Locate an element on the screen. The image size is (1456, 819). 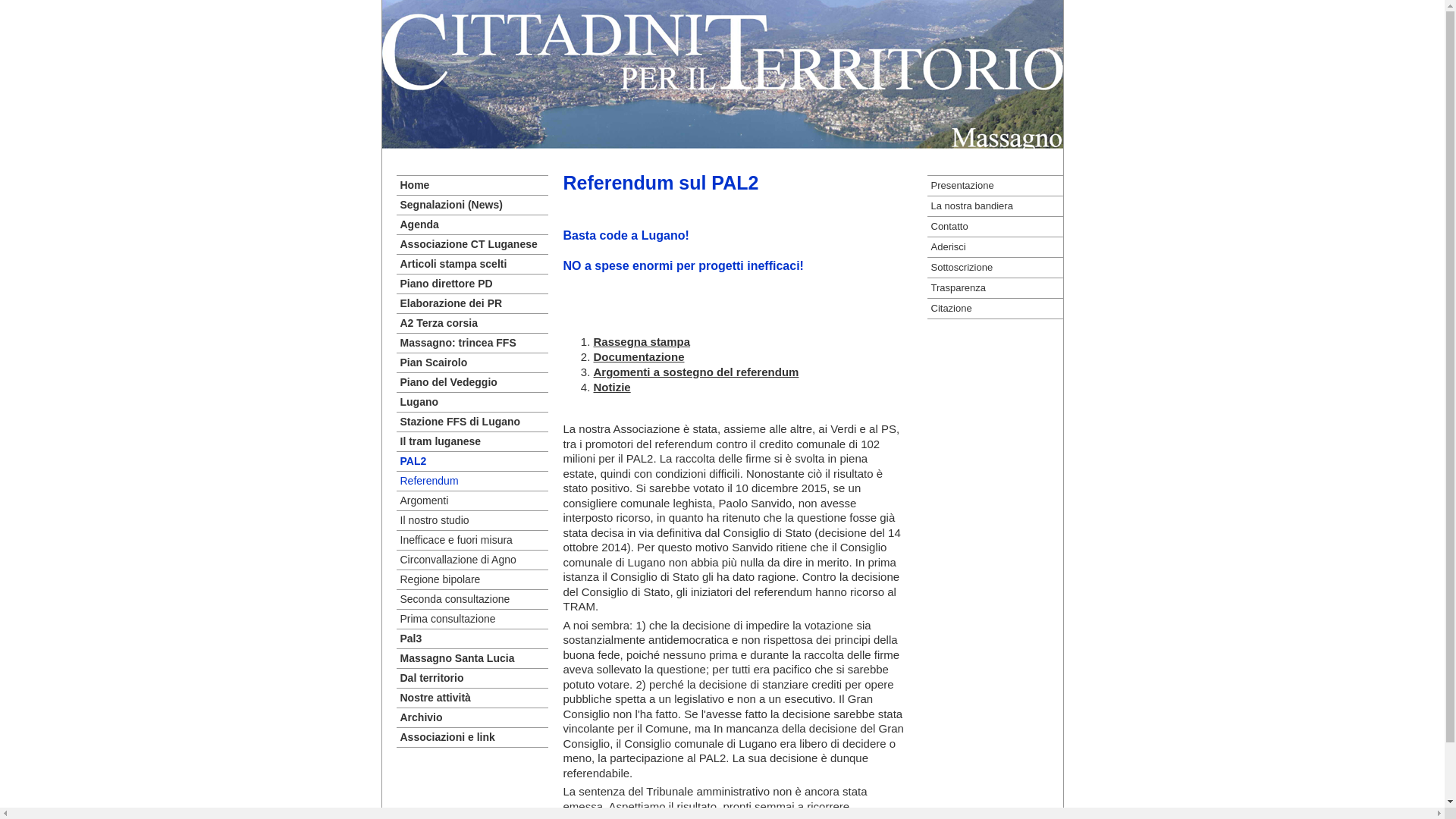
'La nostra bandiera' is located at coordinates (926, 206).